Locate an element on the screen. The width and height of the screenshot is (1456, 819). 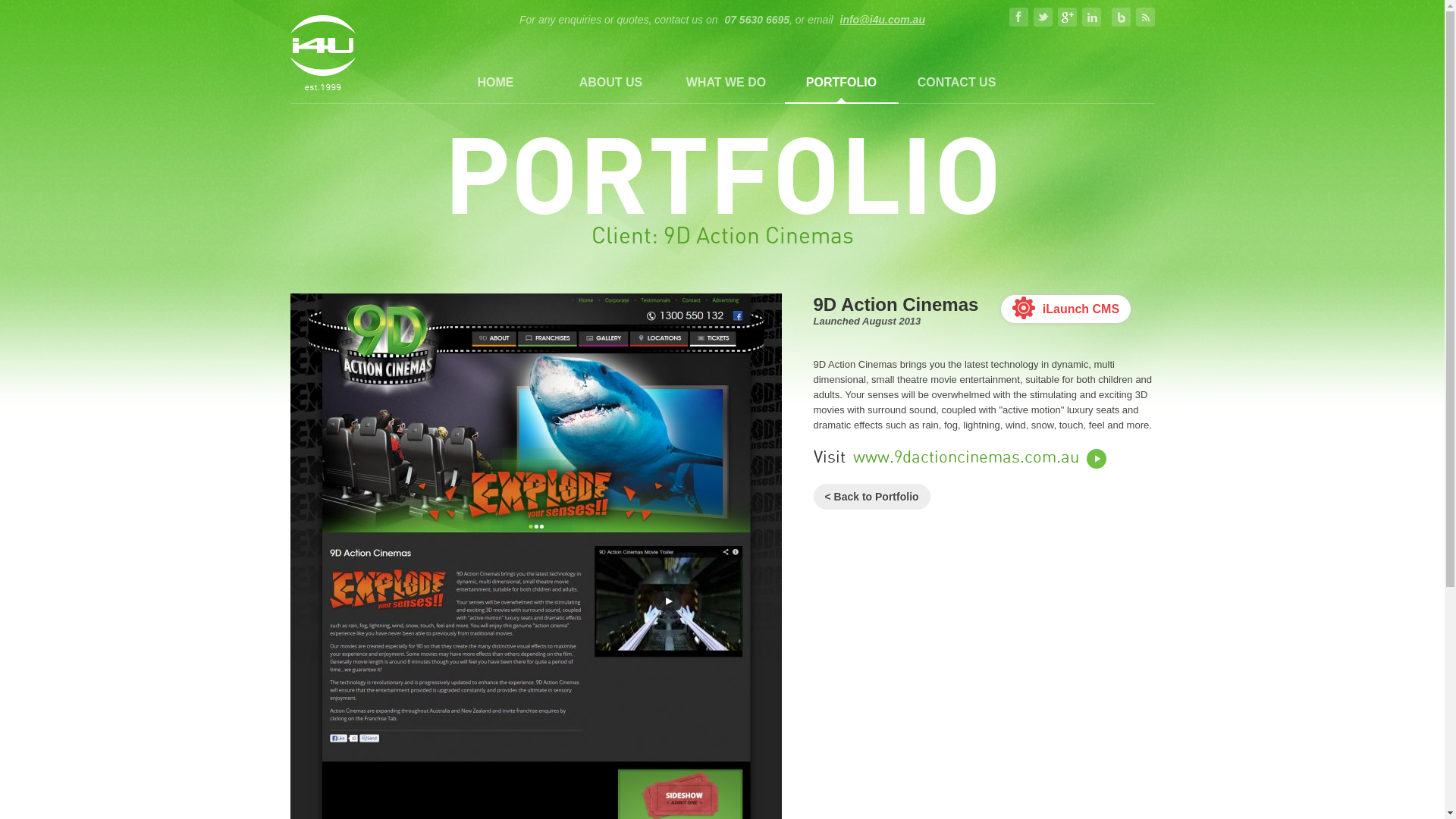
'Follow us on Twitter - @i4uonline' is located at coordinates (1033, 17).